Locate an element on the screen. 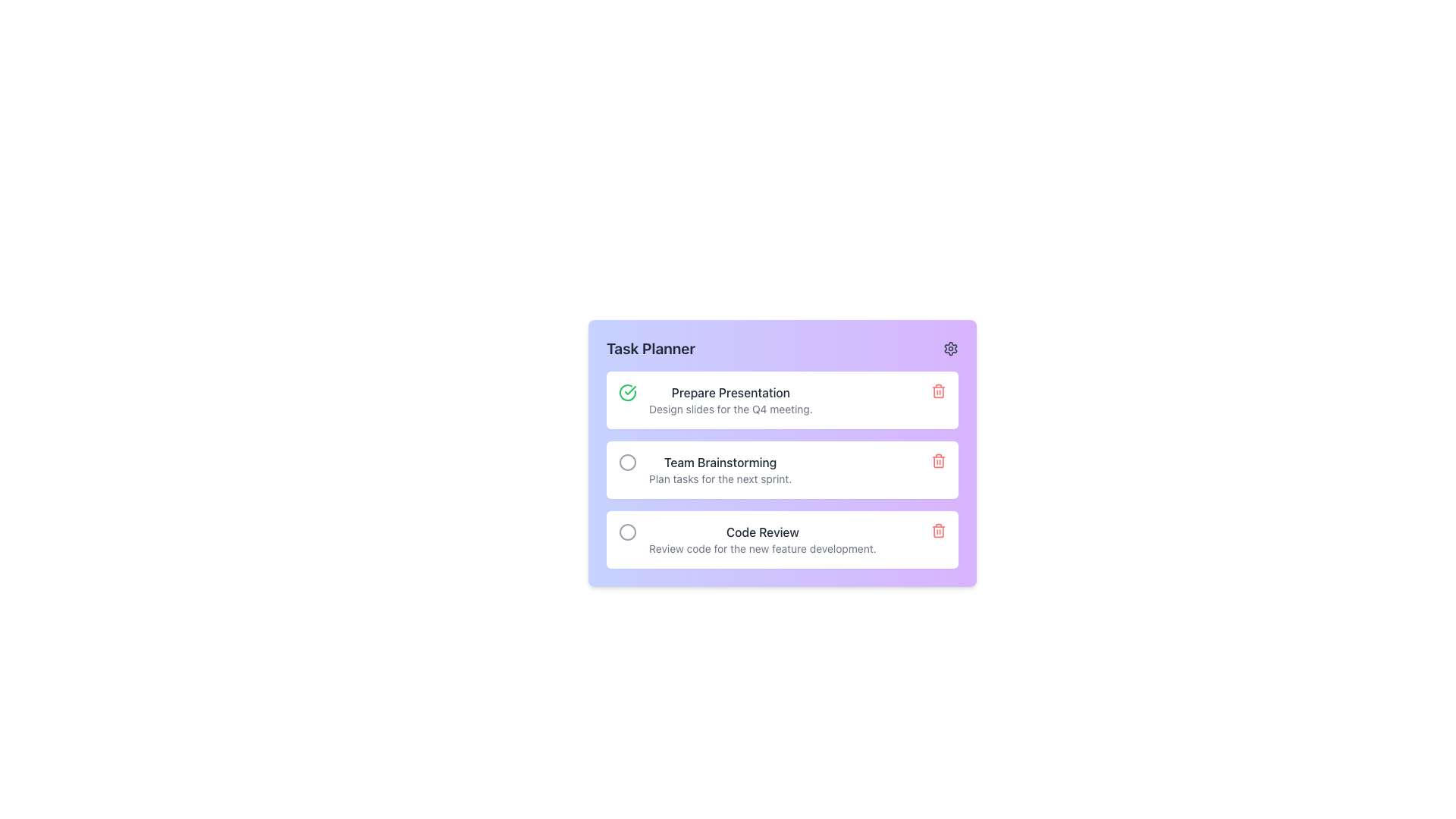 This screenshot has height=819, width=1456. the circular checkbox-like element next to 'Team Brainstorming' to mark the task as complete is located at coordinates (628, 461).